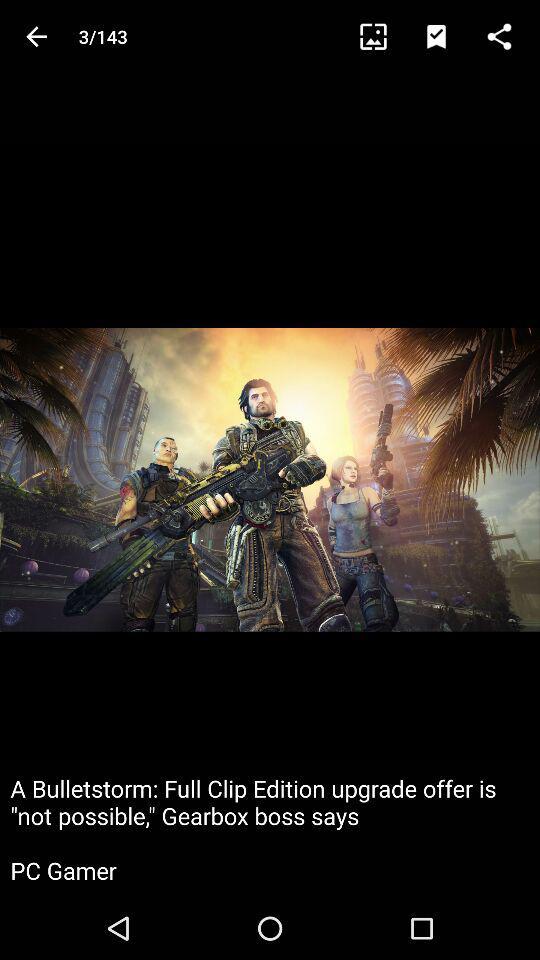 The height and width of the screenshot is (960, 540). What do you see at coordinates (508, 35) in the screenshot?
I see `the icon above the a bulletstorm full item` at bounding box center [508, 35].